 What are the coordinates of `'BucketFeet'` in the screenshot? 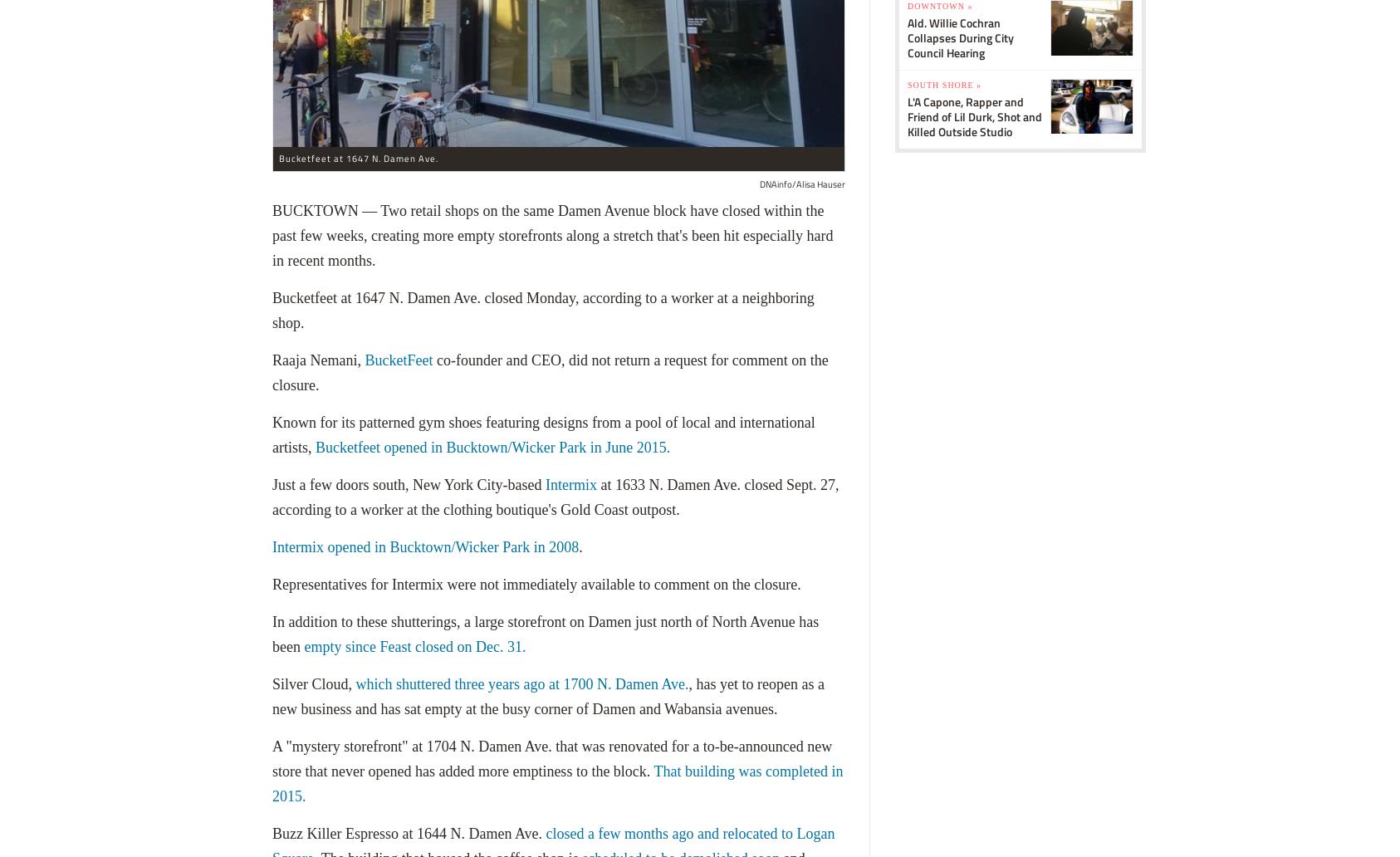 It's located at (399, 359).